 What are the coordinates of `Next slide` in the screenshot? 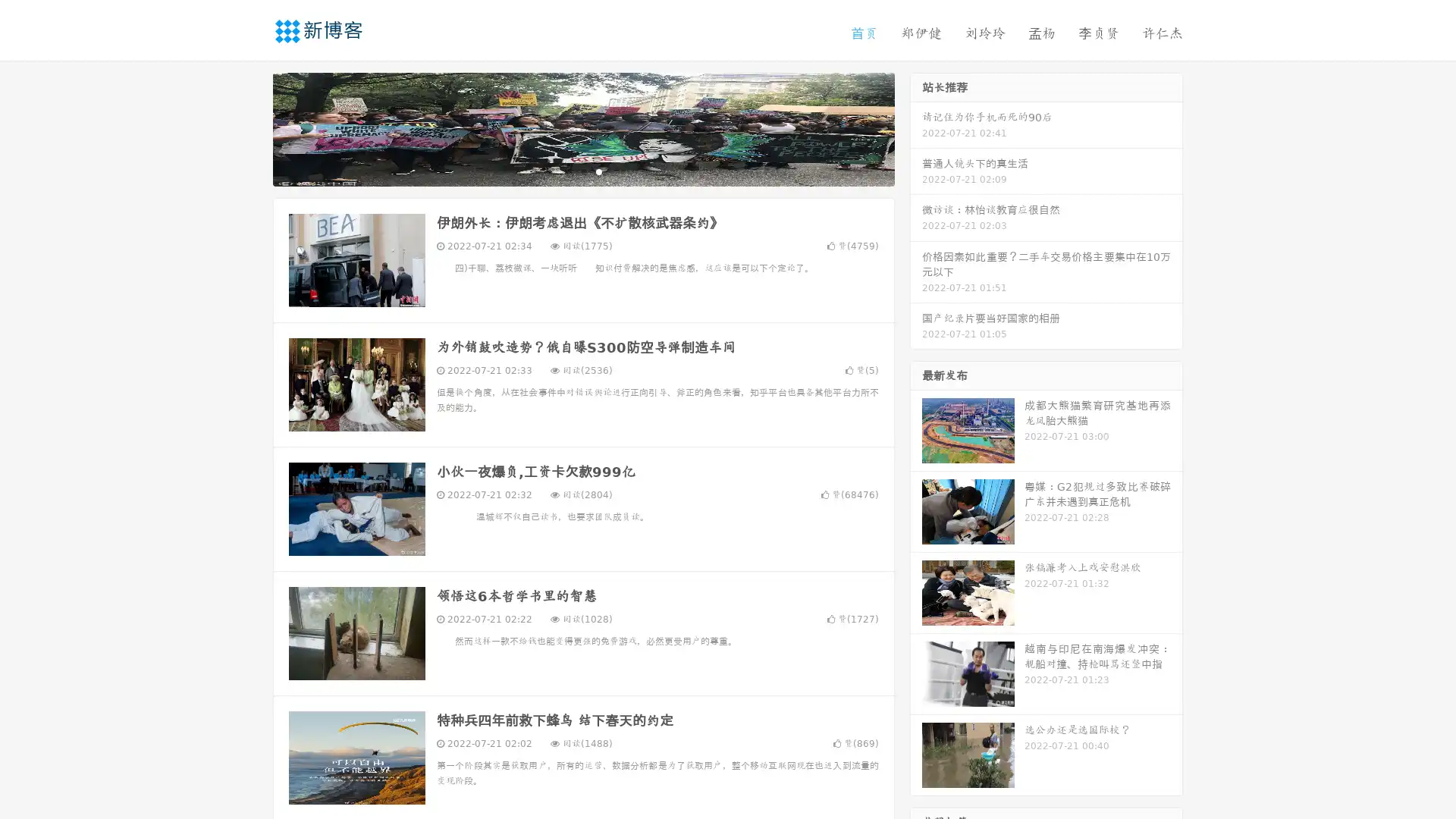 It's located at (916, 127).